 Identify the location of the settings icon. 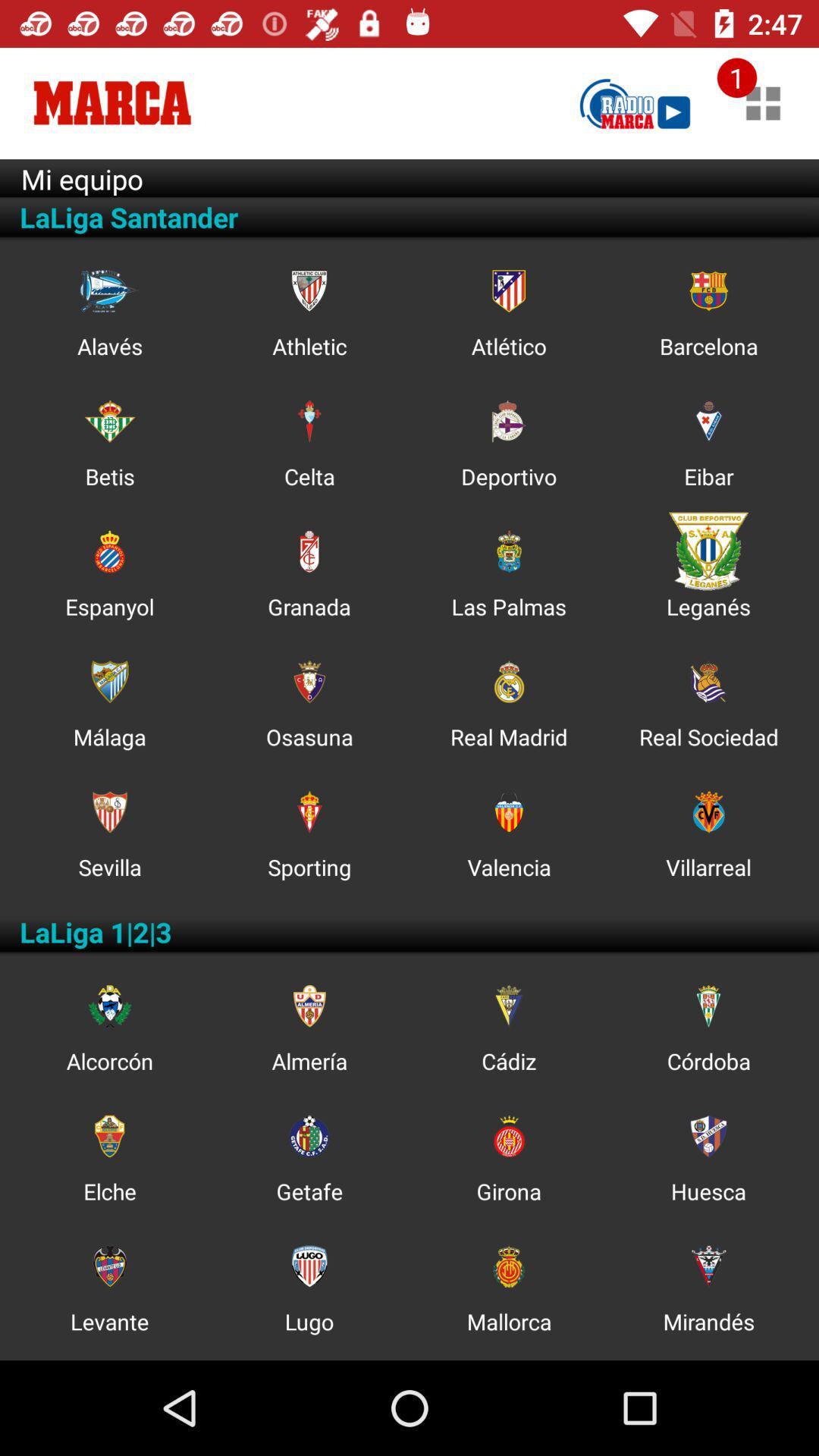
(309, 1006).